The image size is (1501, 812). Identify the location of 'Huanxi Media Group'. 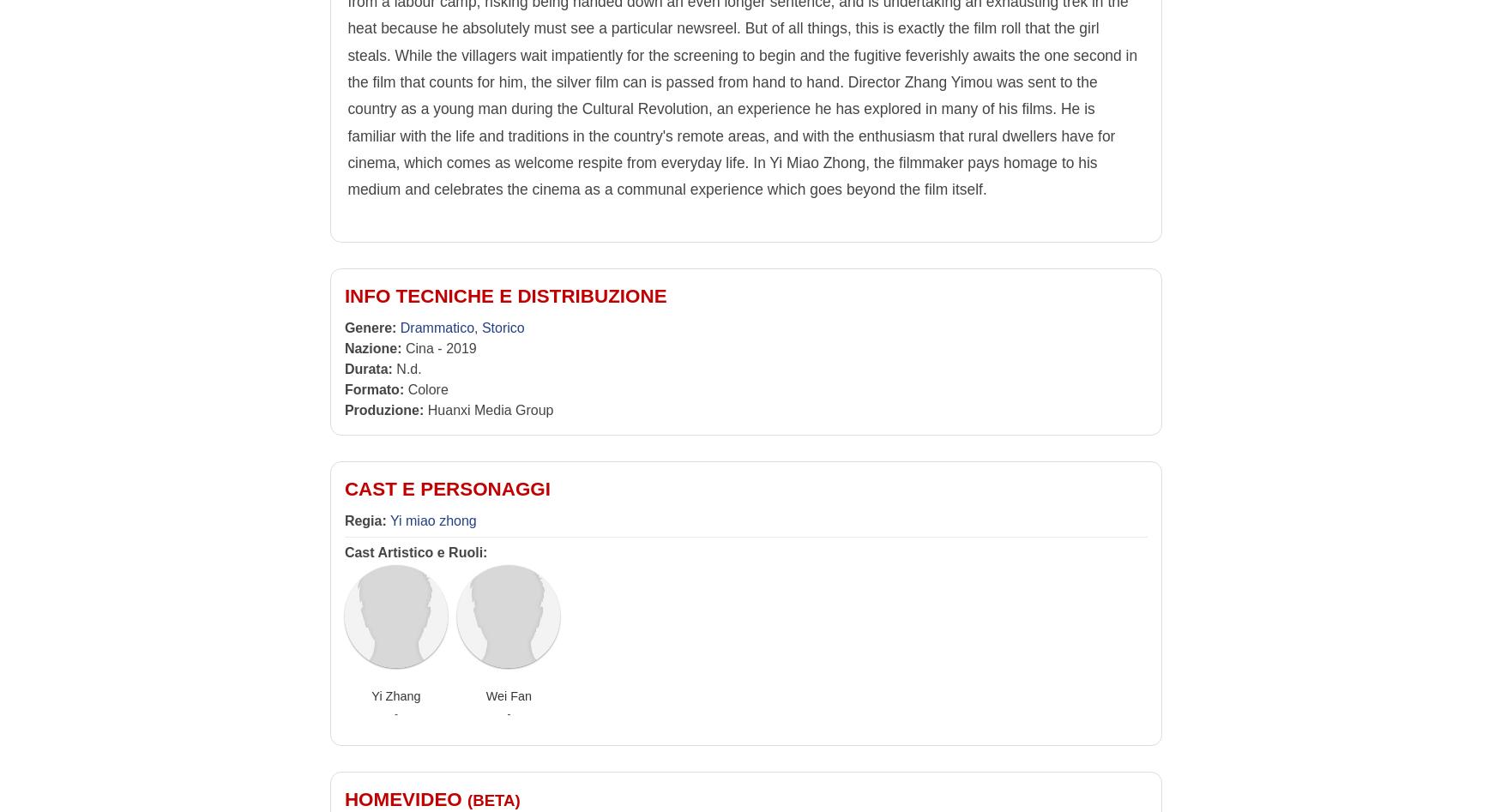
(488, 409).